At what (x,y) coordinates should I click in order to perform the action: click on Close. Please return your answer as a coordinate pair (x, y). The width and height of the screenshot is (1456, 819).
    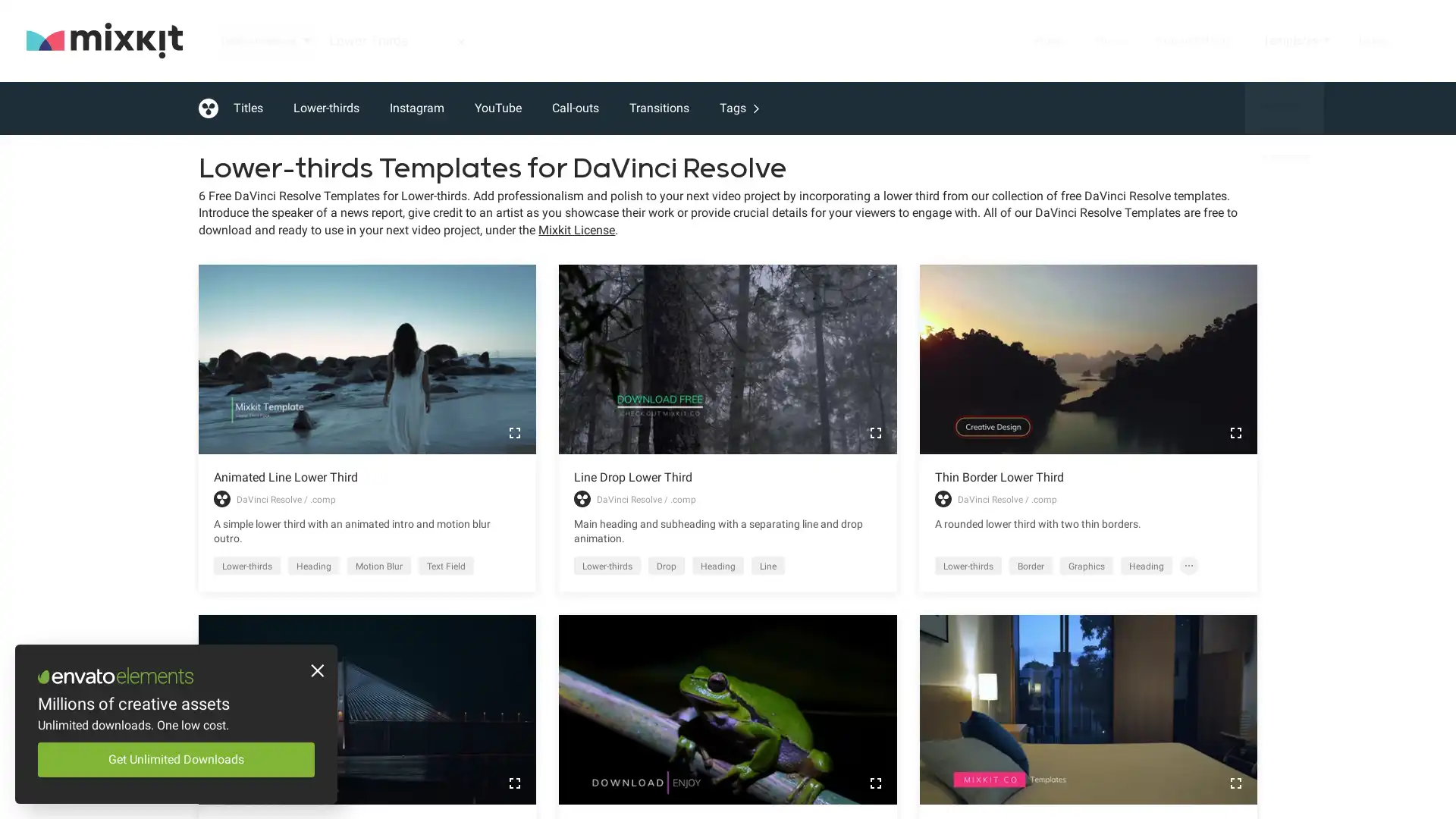
    Looking at the image, I should click on (315, 672).